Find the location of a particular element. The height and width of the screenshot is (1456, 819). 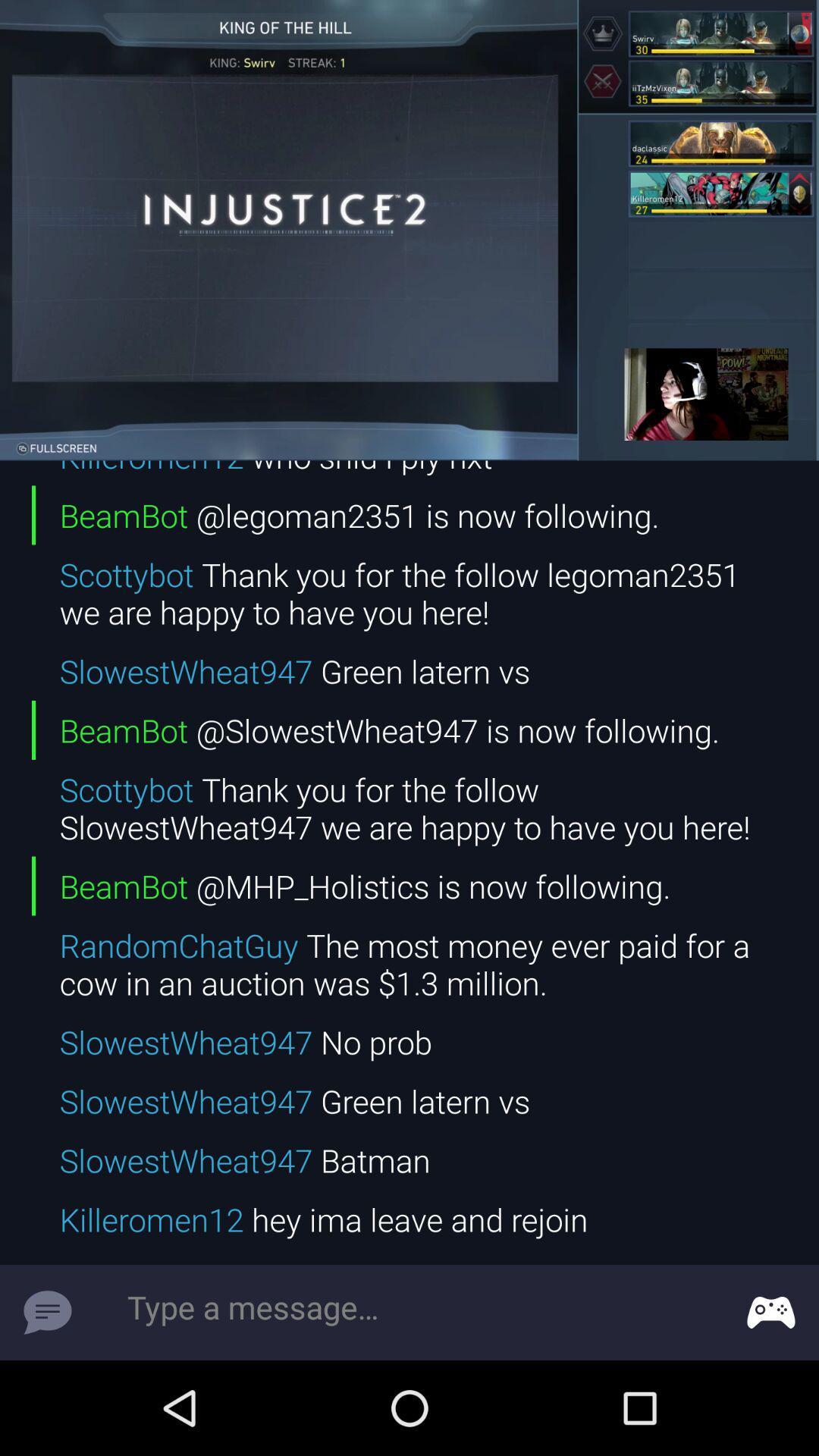

the chat icon is located at coordinates (771, 1312).